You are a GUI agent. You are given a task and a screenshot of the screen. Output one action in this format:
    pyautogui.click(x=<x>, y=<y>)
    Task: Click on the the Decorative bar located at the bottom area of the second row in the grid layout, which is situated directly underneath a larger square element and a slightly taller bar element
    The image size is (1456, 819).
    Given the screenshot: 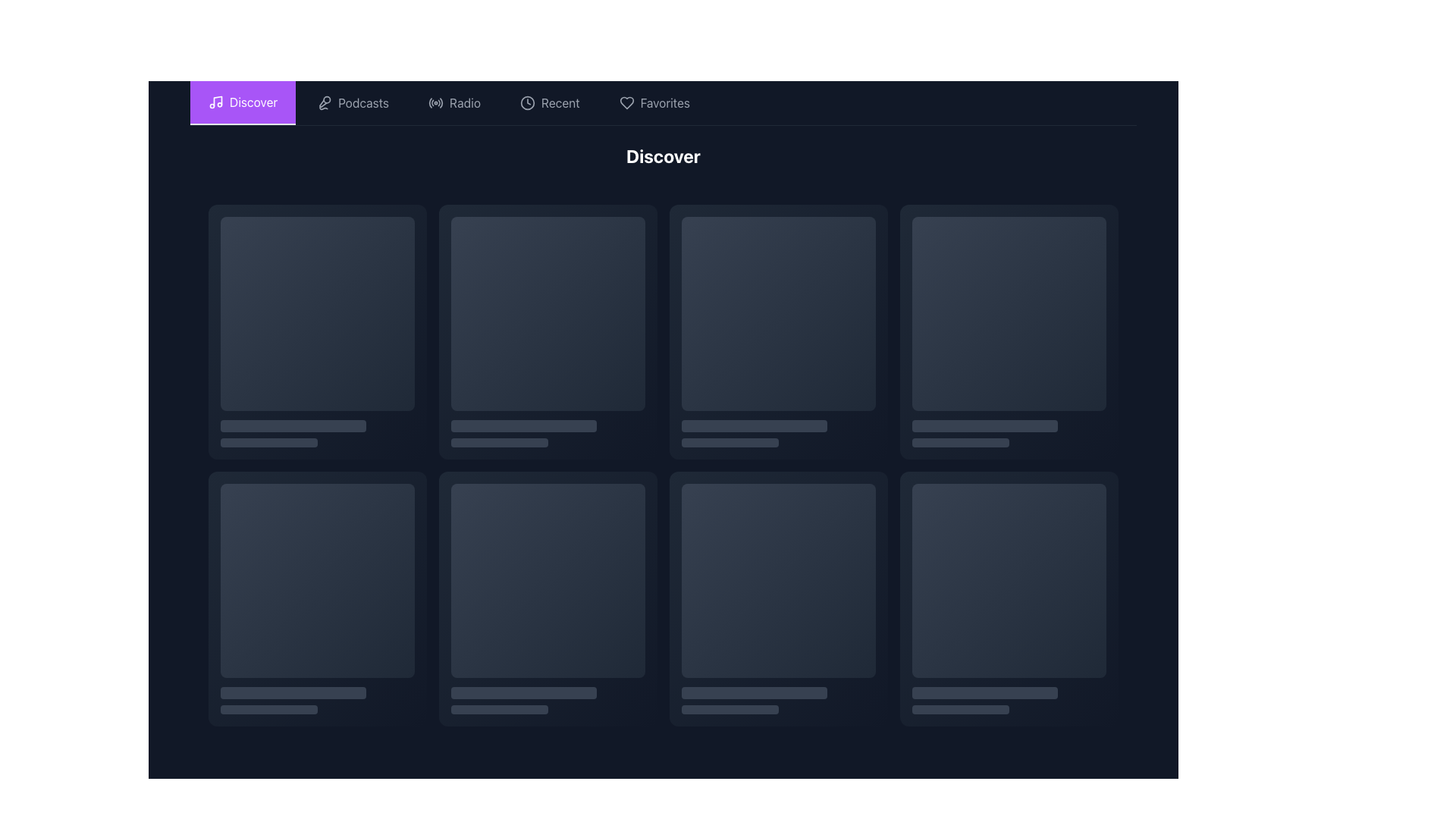 What is the action you would take?
    pyautogui.click(x=499, y=710)
    